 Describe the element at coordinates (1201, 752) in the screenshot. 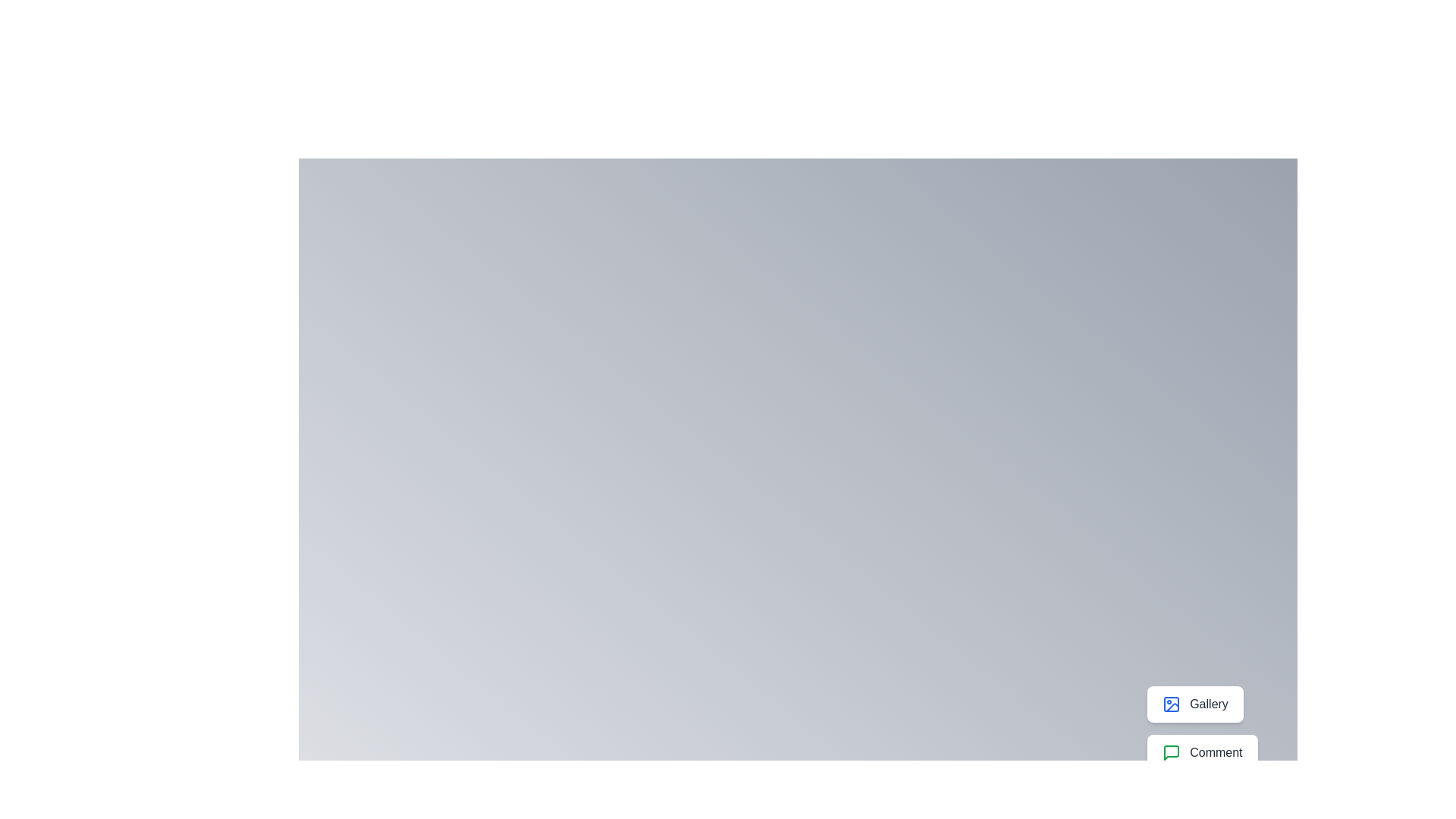

I see `the 'Comment' button` at that location.